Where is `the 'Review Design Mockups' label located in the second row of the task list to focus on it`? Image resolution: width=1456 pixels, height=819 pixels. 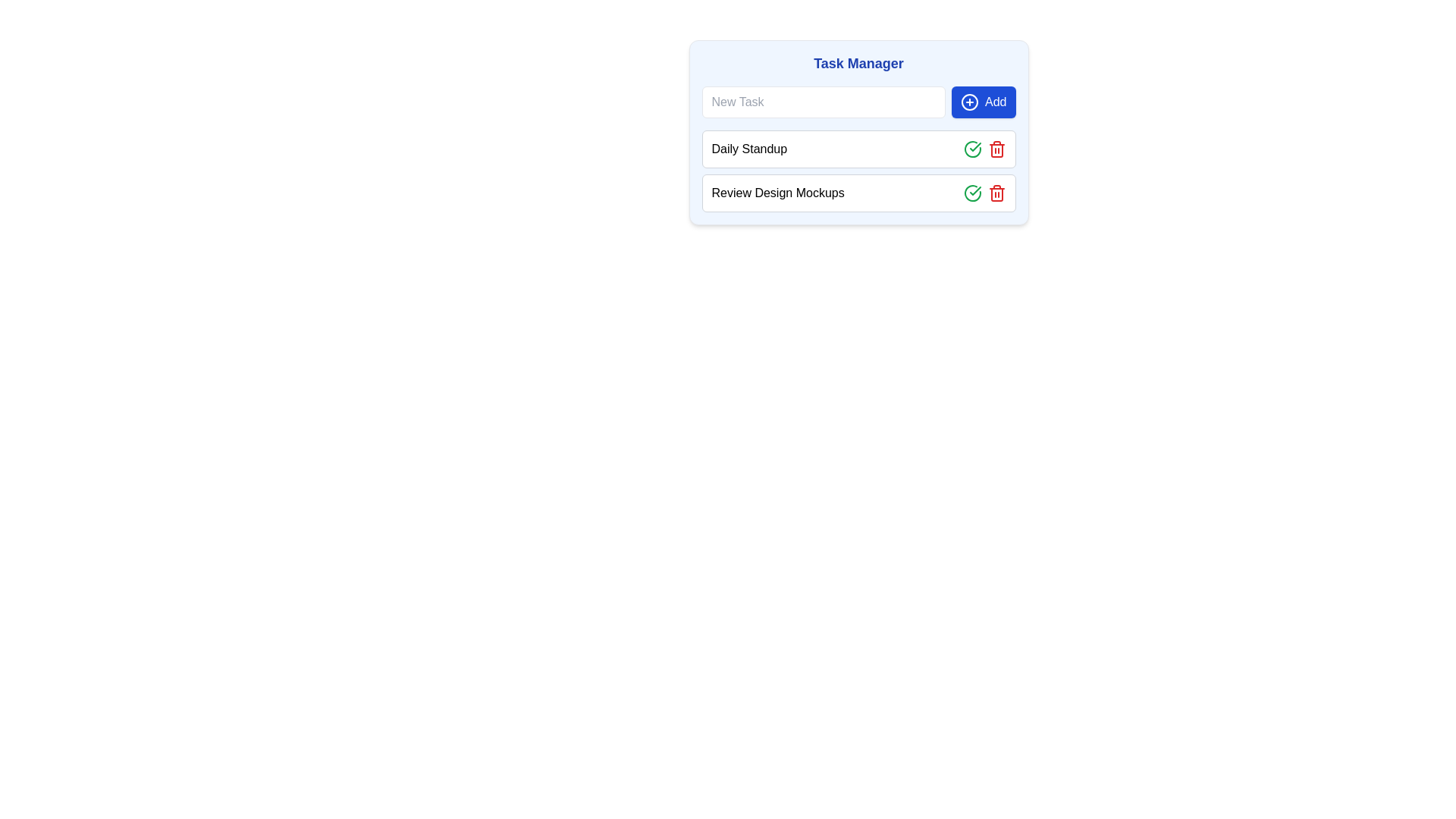
the 'Review Design Mockups' label located in the second row of the task list to focus on it is located at coordinates (778, 192).